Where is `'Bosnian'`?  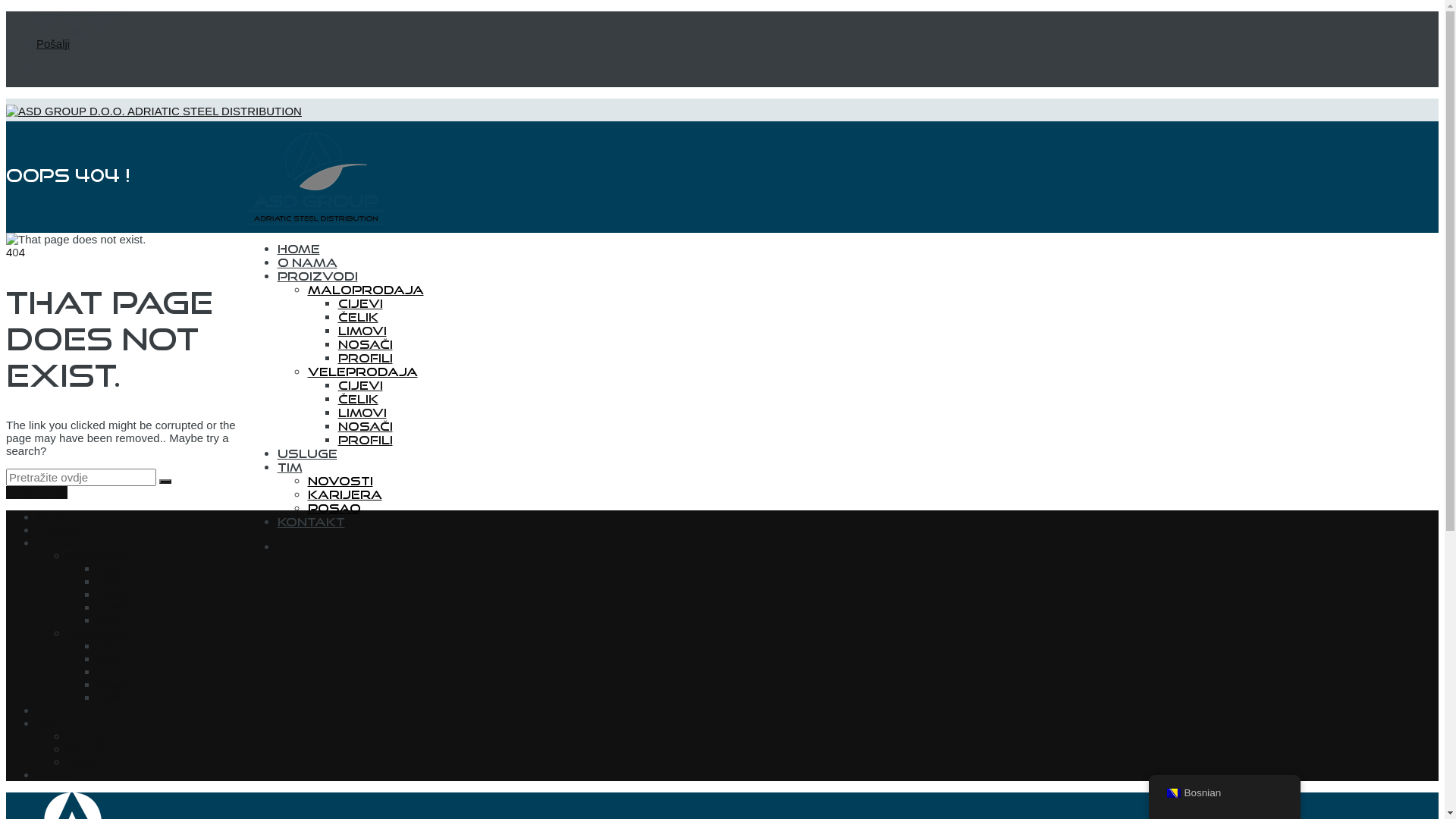
'Bosnian' is located at coordinates (1172, 792).